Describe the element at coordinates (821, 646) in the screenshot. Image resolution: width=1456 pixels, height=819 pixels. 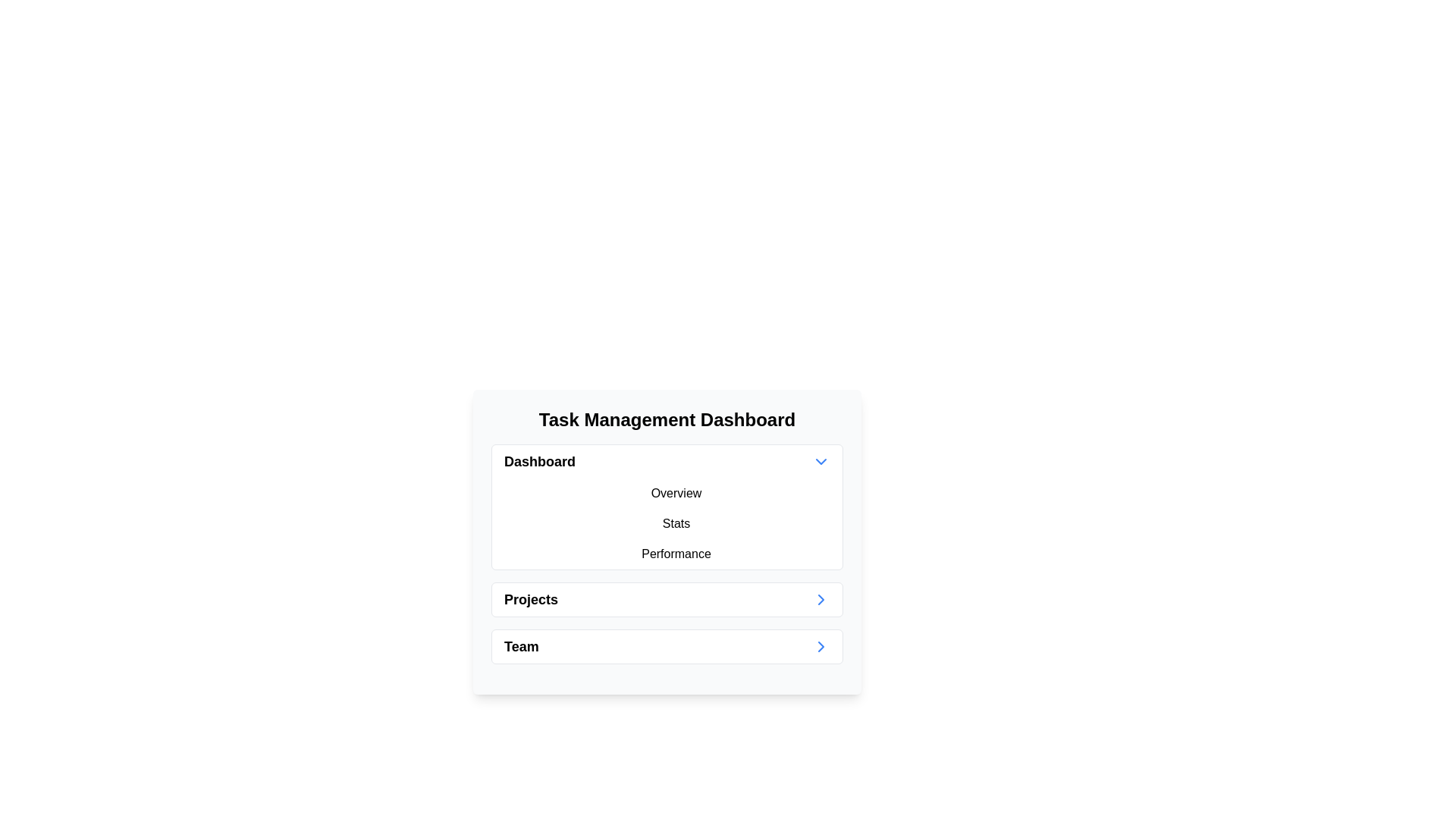
I see `the blue right-pointing arrow icon located in the bottom-right corner of the row labeled 'Team'` at that location.